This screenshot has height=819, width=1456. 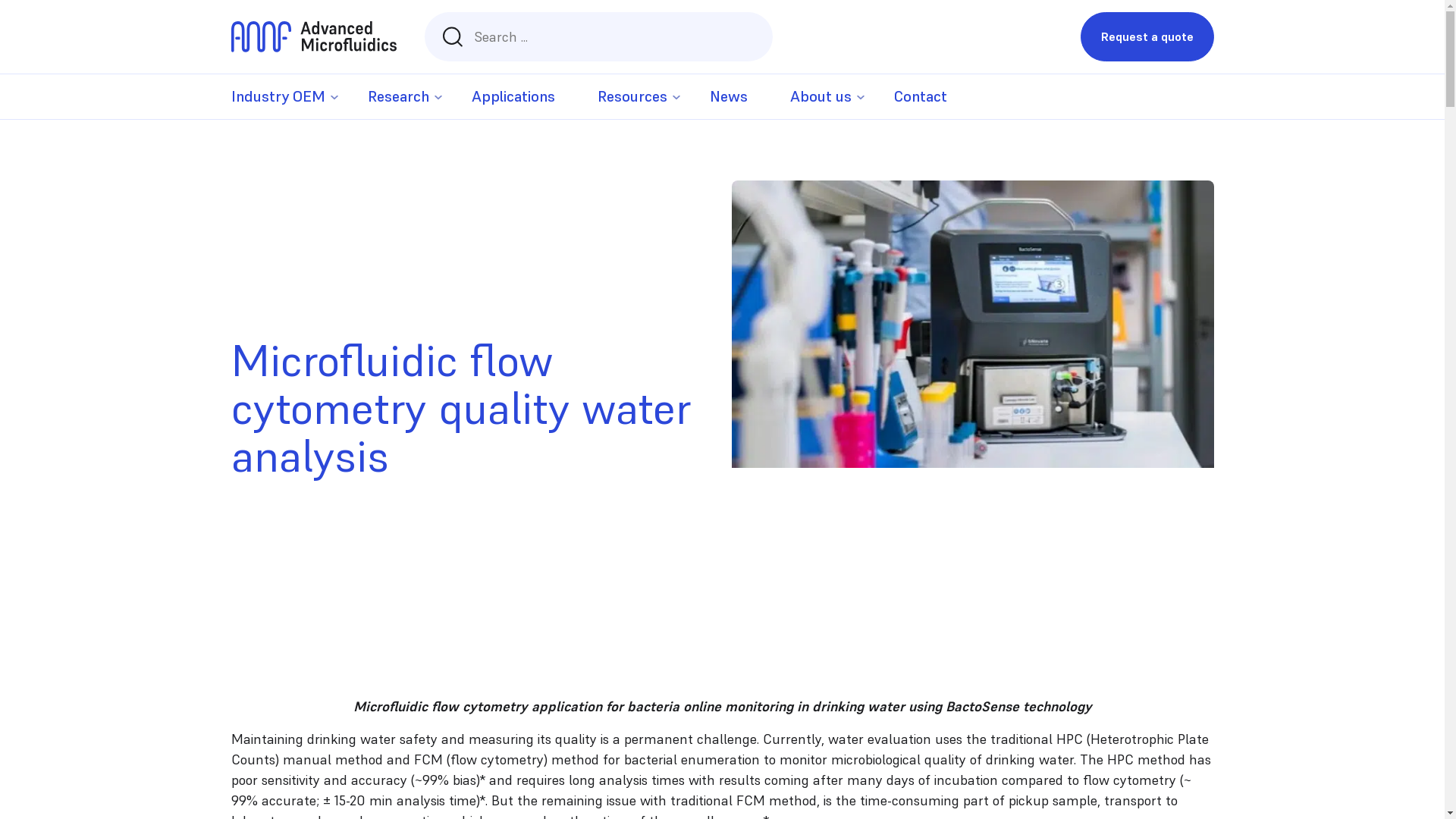 What do you see at coordinates (1147, 36) in the screenshot?
I see `'Request a quote'` at bounding box center [1147, 36].